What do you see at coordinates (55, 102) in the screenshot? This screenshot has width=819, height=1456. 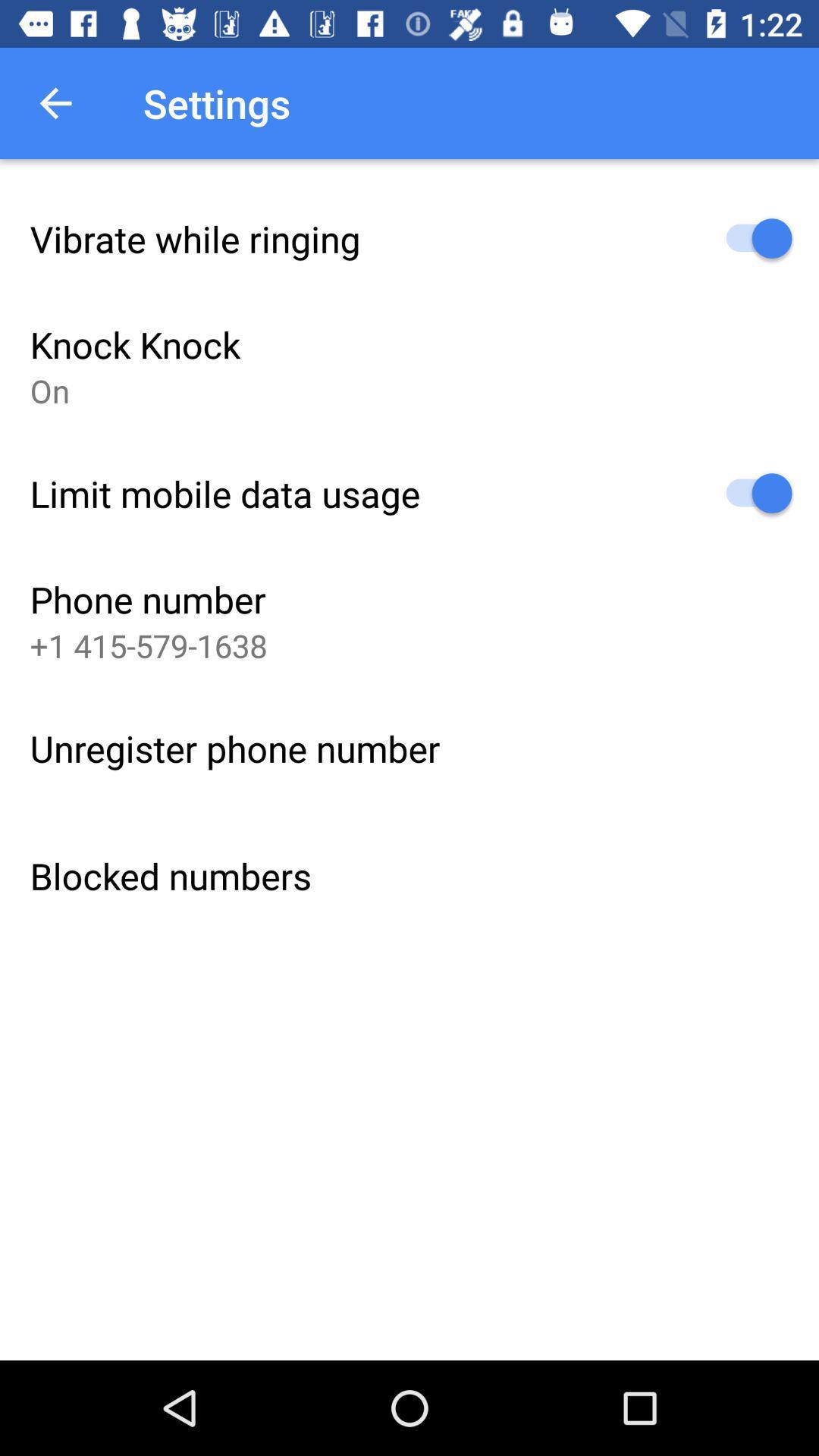 I see `icon above vibrate while ringing item` at bounding box center [55, 102].